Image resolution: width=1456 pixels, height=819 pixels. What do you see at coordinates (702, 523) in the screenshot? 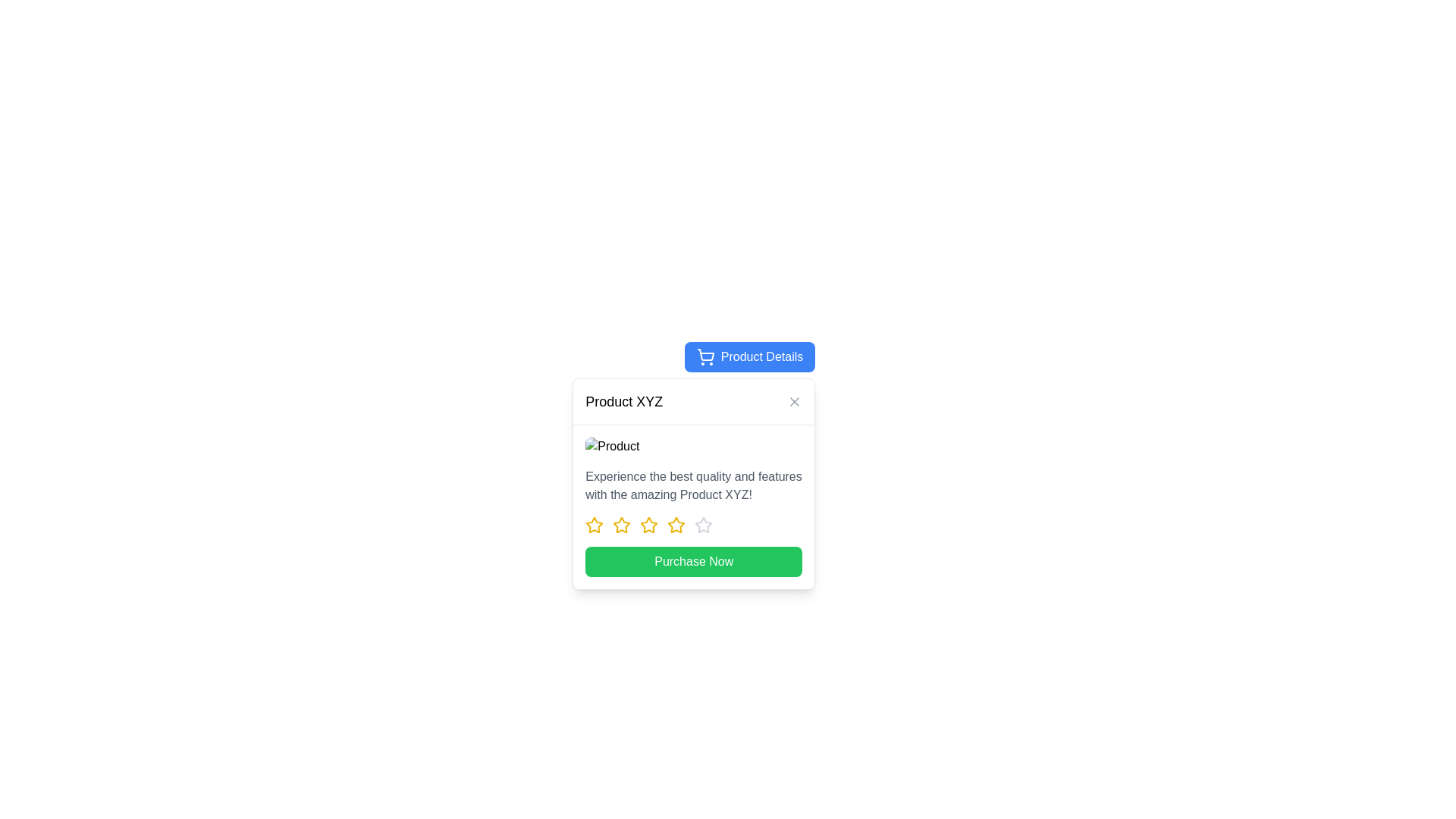
I see `the fourth star icon in the rating section of the card for 'Product XYZ' to rate it` at bounding box center [702, 523].